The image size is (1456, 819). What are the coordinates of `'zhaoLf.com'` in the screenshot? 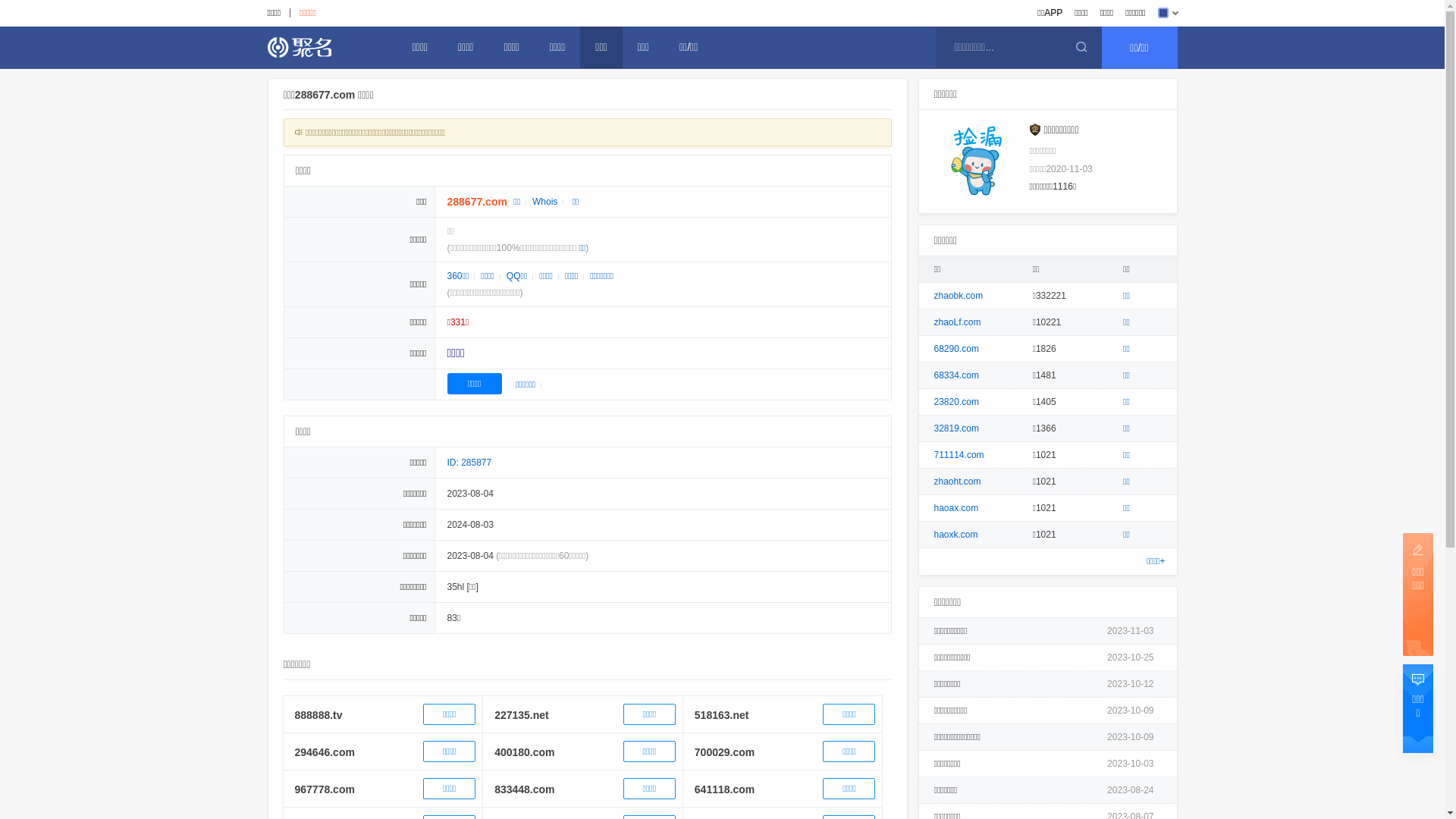 It's located at (956, 321).